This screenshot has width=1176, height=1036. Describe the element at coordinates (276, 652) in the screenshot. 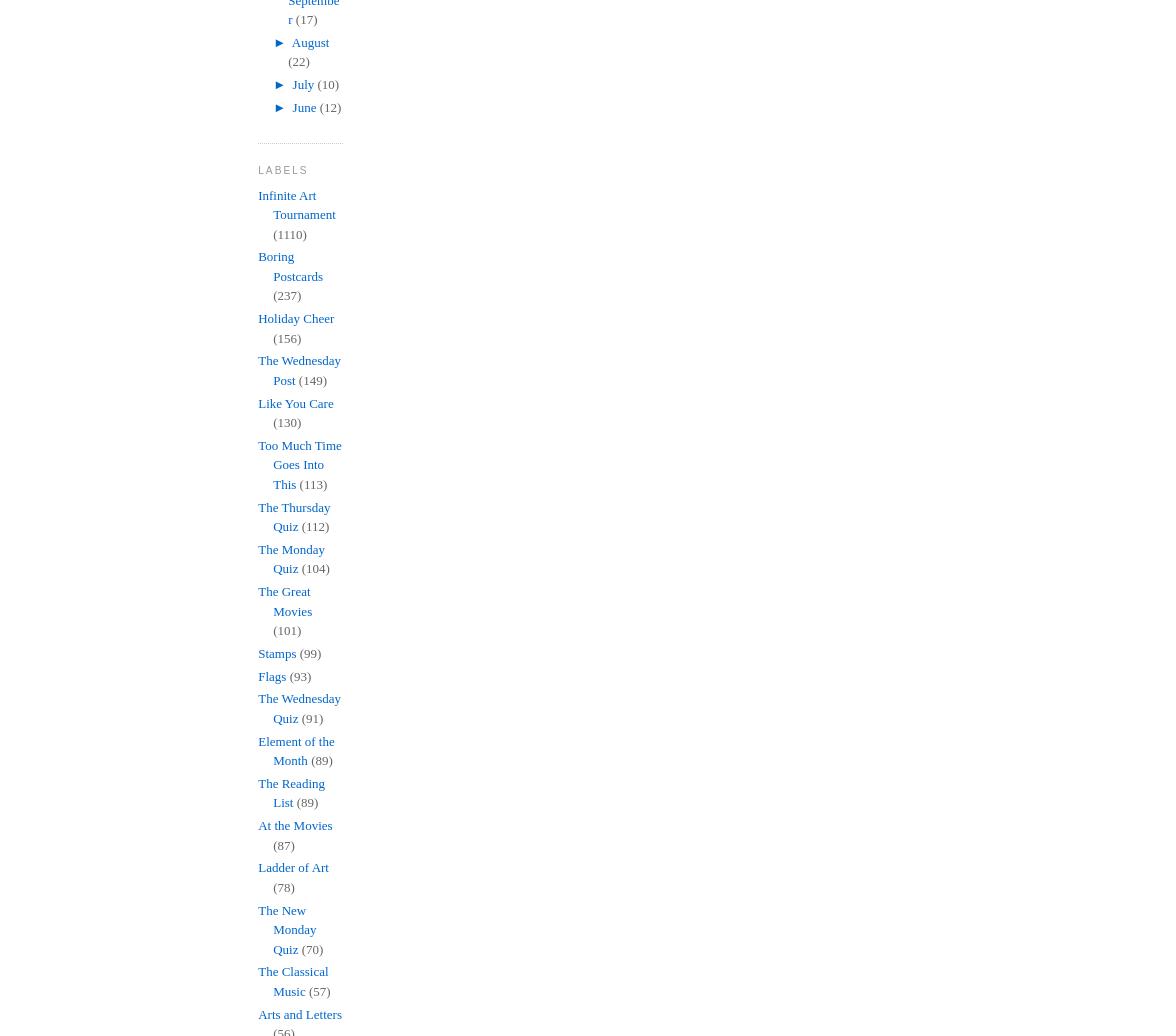

I see `'Stamps'` at that location.